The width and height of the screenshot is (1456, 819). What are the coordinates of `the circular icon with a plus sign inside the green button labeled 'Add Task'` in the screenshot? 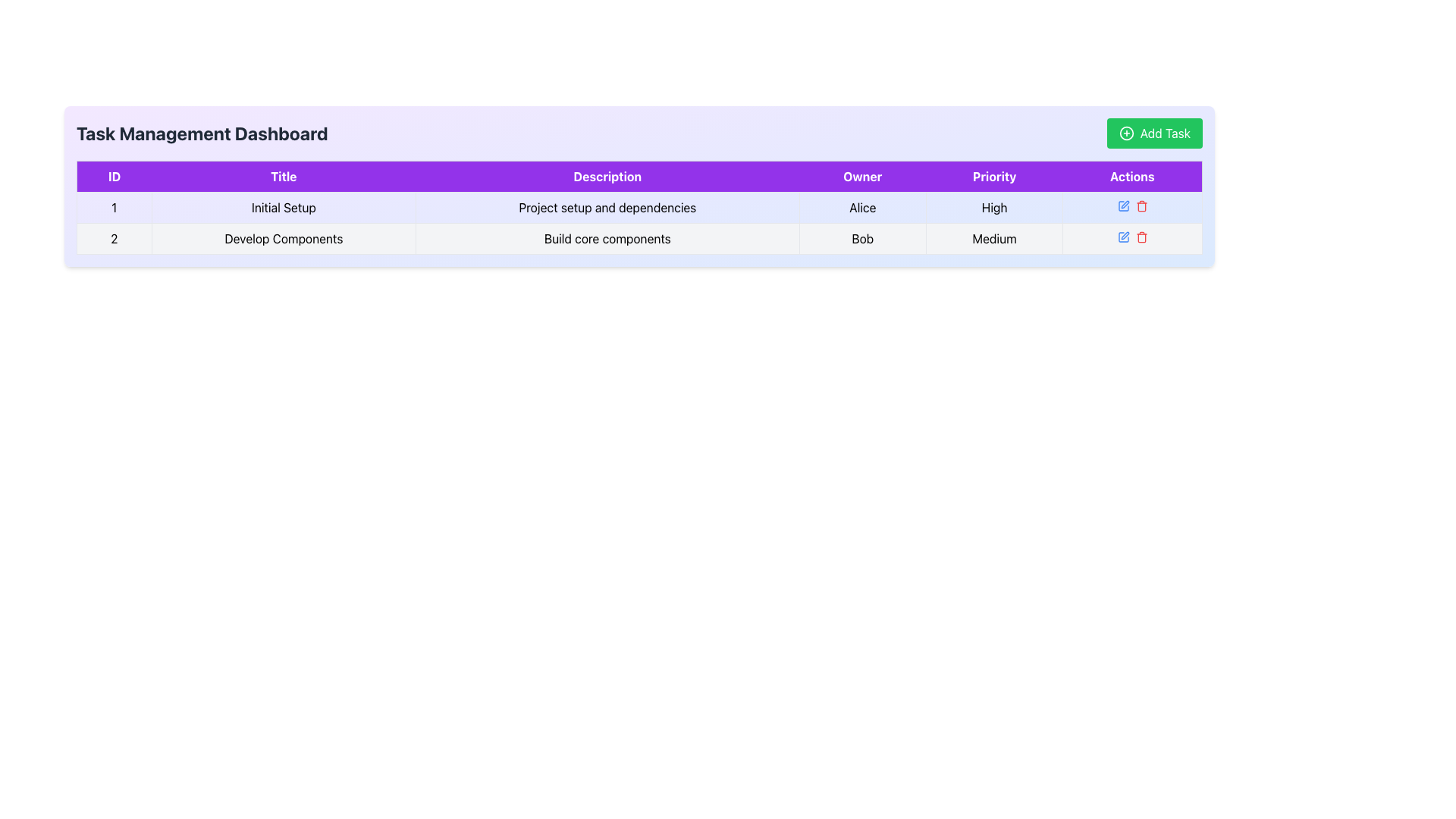 It's located at (1126, 133).